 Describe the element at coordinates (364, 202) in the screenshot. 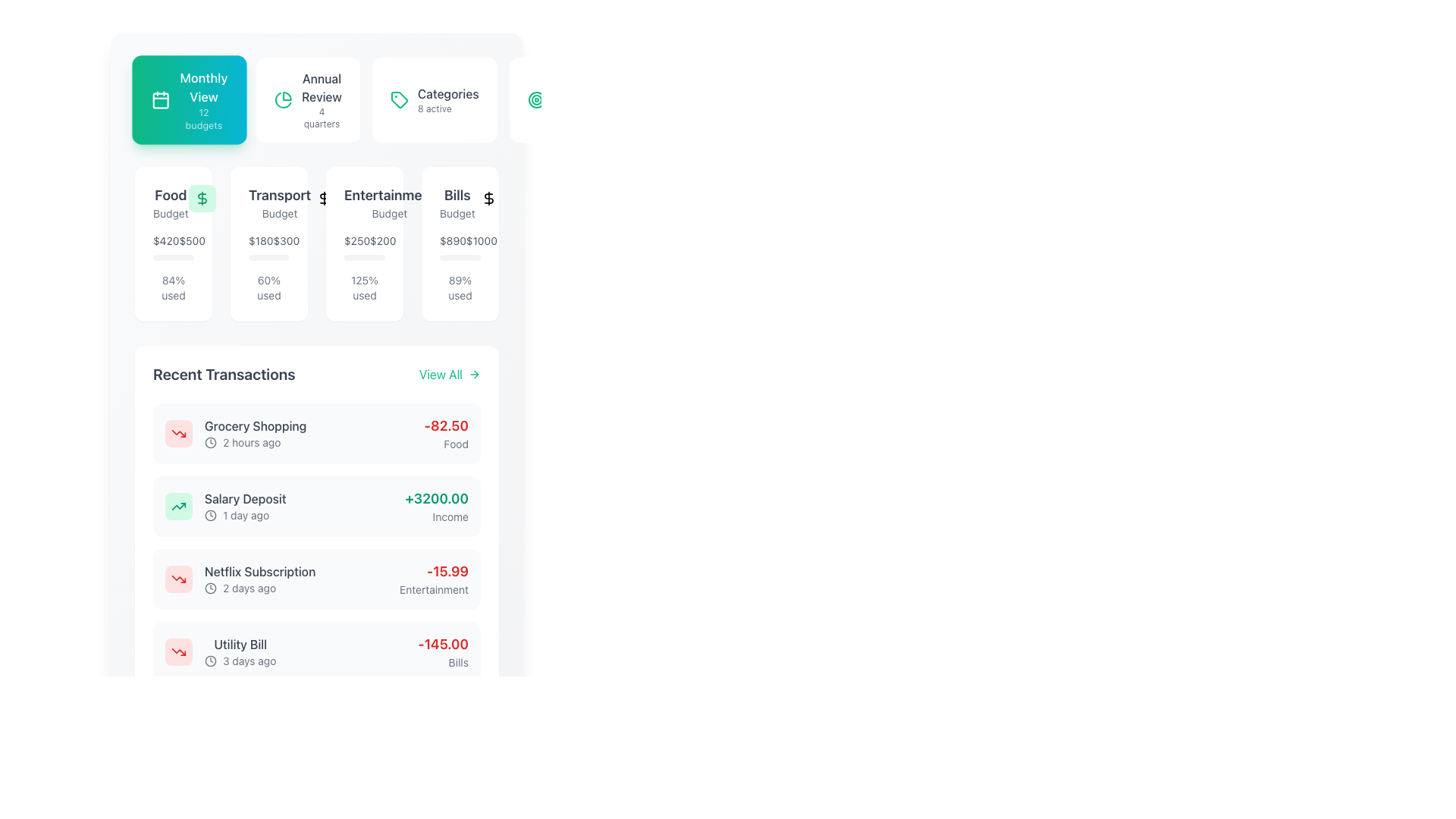

I see `the static text label identifying the budget category titled 'Entertainment', which is positioned between 'Transport Budget' and 'Bills Budget' in the financial management interface` at that location.